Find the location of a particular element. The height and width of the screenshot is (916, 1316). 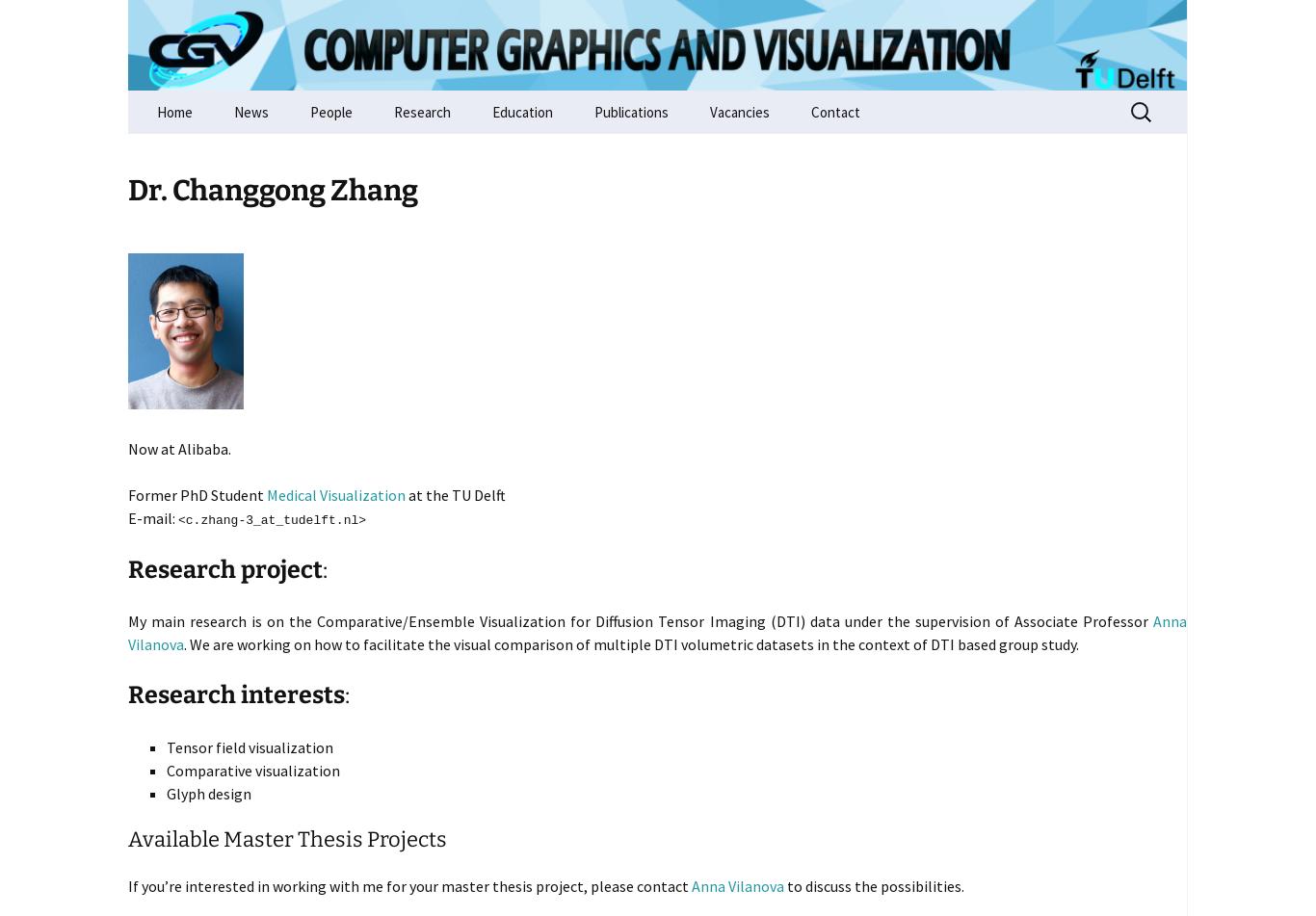

'Education' is located at coordinates (521, 112).